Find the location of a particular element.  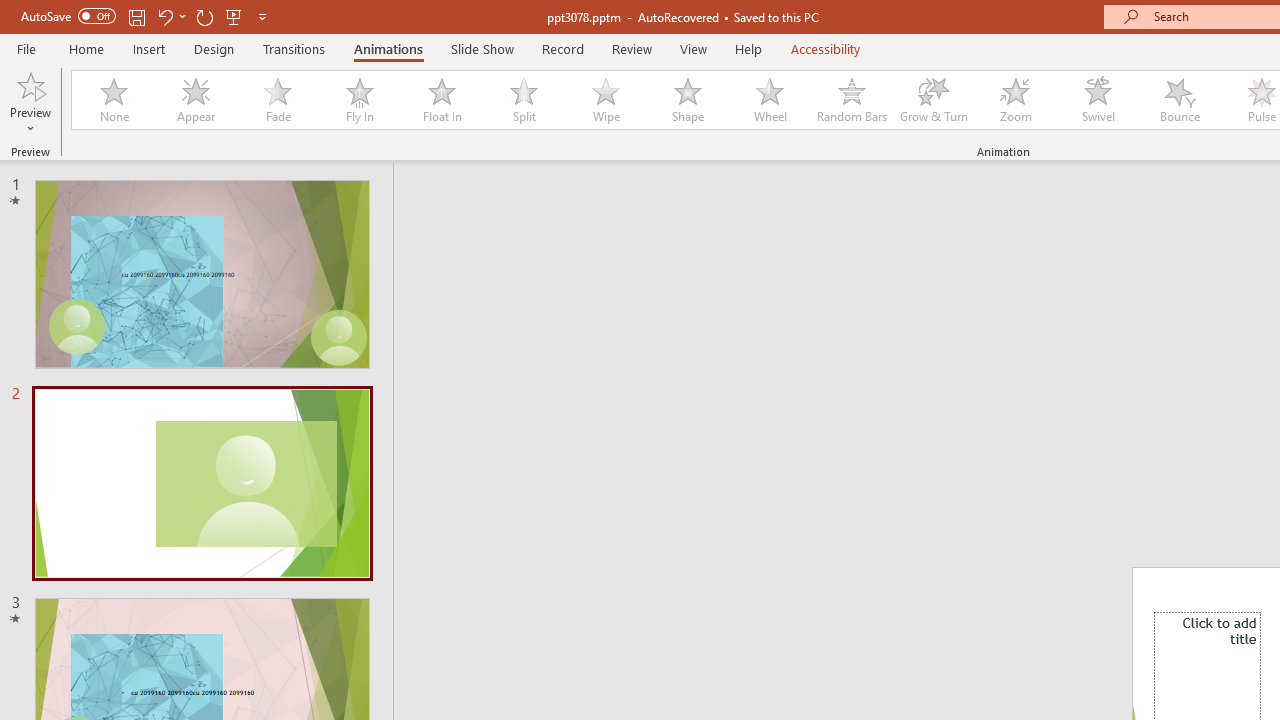

'Grow & Turn' is located at coordinates (933, 100).